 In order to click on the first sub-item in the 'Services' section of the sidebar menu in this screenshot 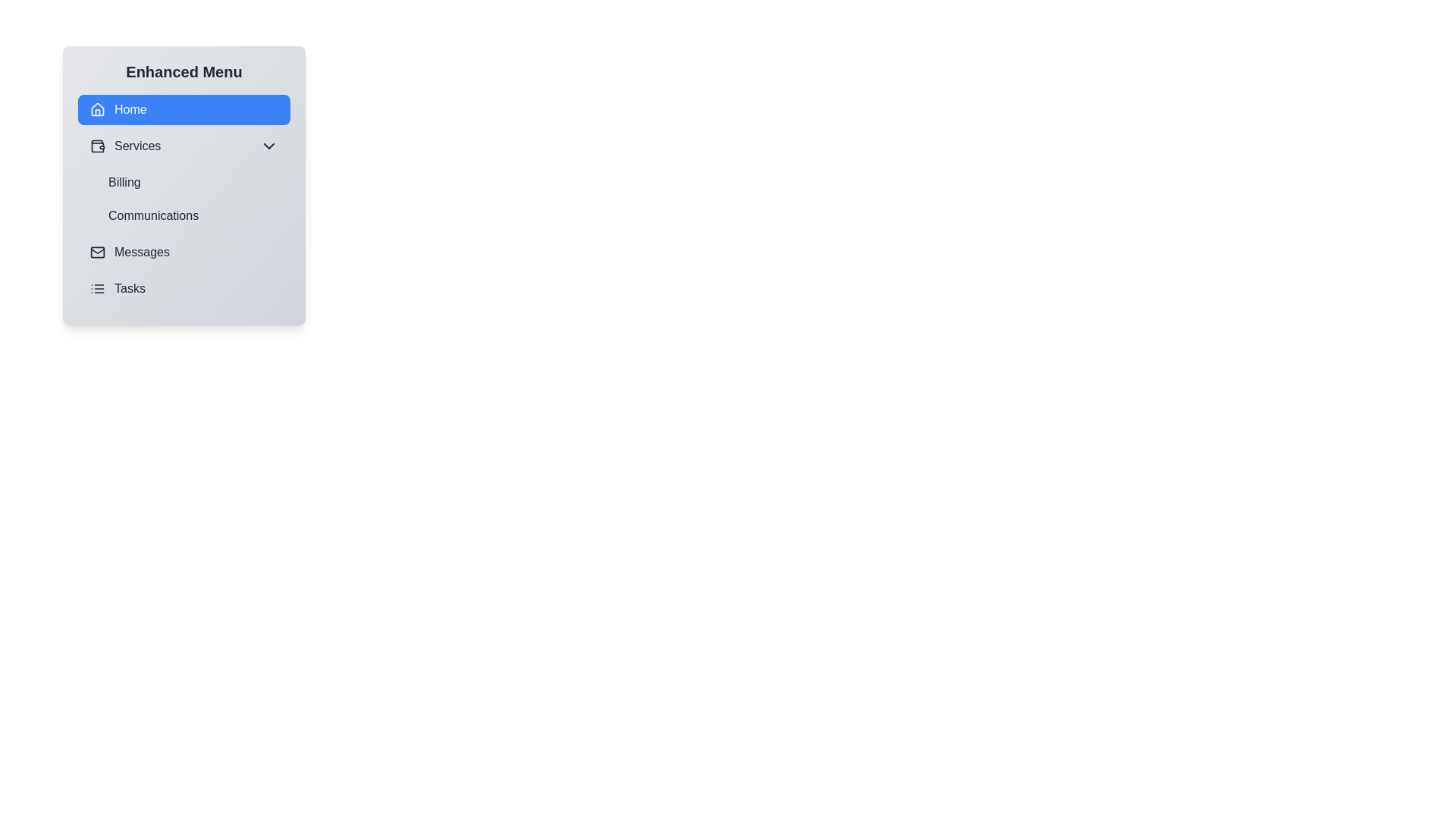, I will do `click(184, 180)`.